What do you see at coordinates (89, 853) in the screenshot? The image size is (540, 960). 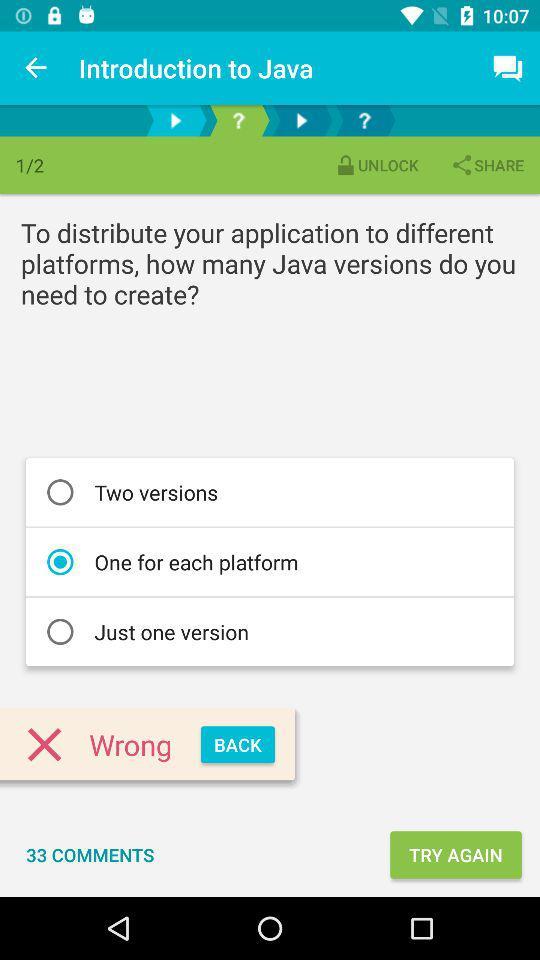 I see `the item to the left of try again item` at bounding box center [89, 853].